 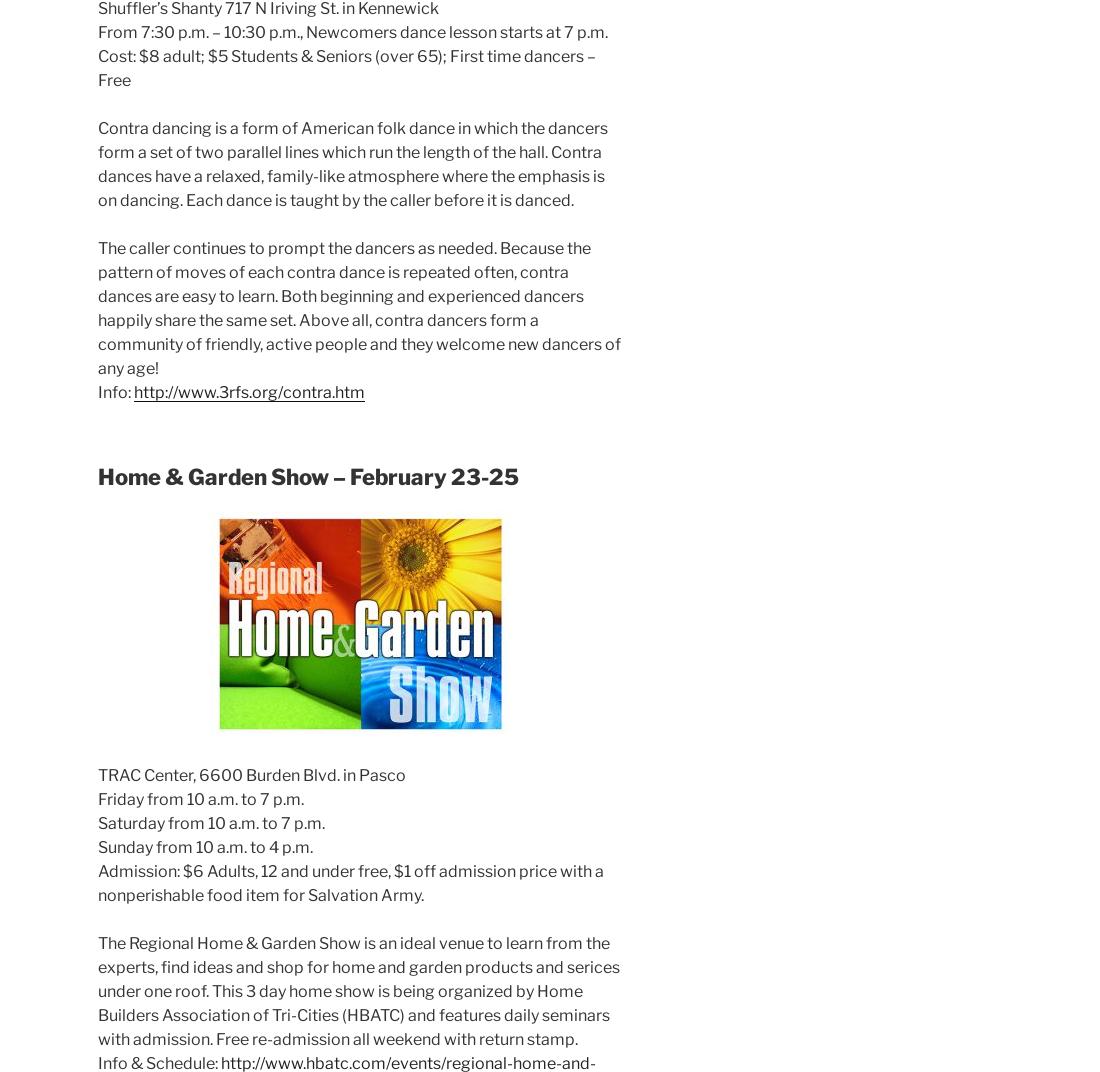 I want to click on 'Friday from 10 a.m. to 7 p.m.', so click(x=199, y=798).